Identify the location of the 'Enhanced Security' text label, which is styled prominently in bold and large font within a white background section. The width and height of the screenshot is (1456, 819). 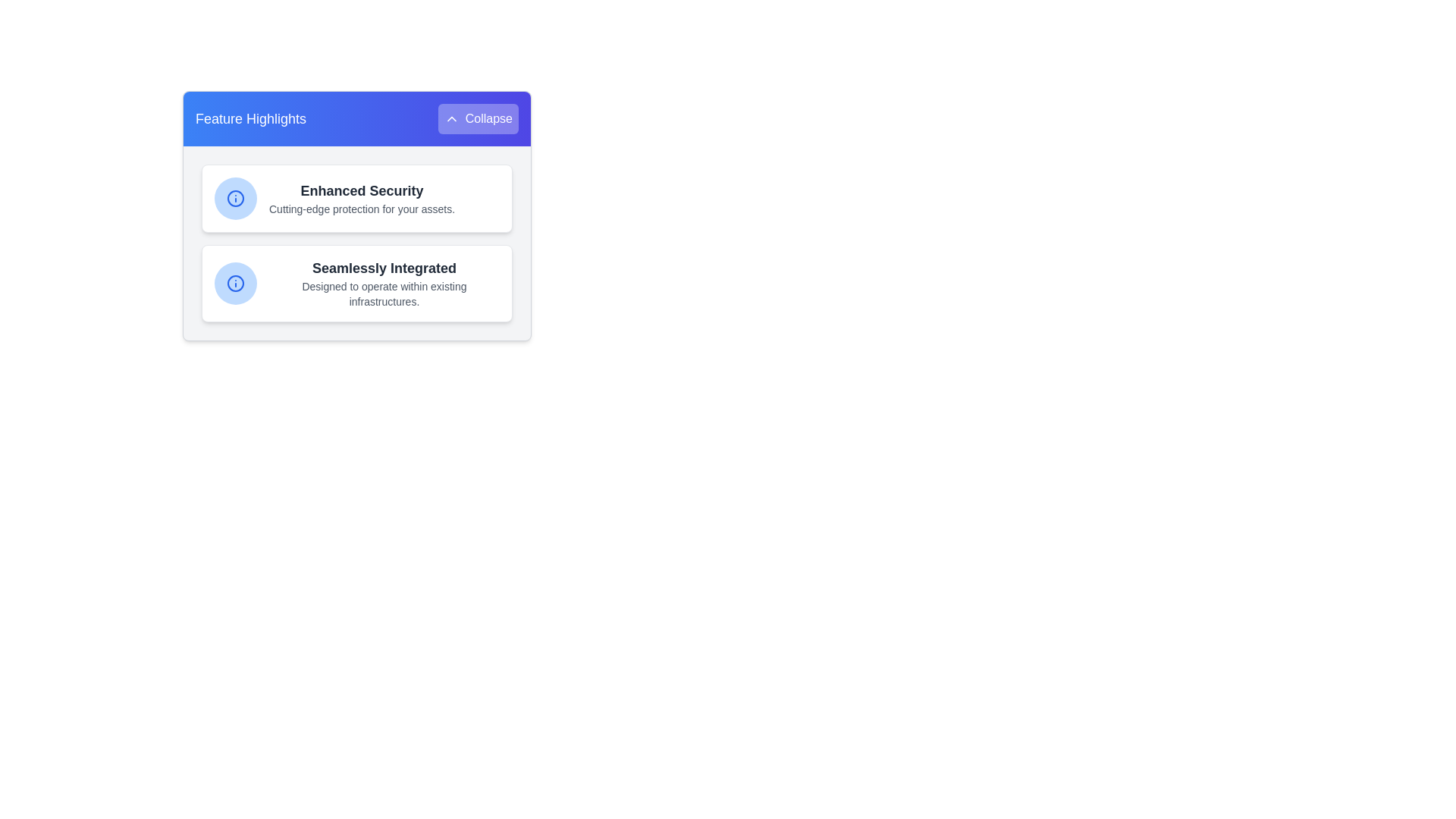
(361, 190).